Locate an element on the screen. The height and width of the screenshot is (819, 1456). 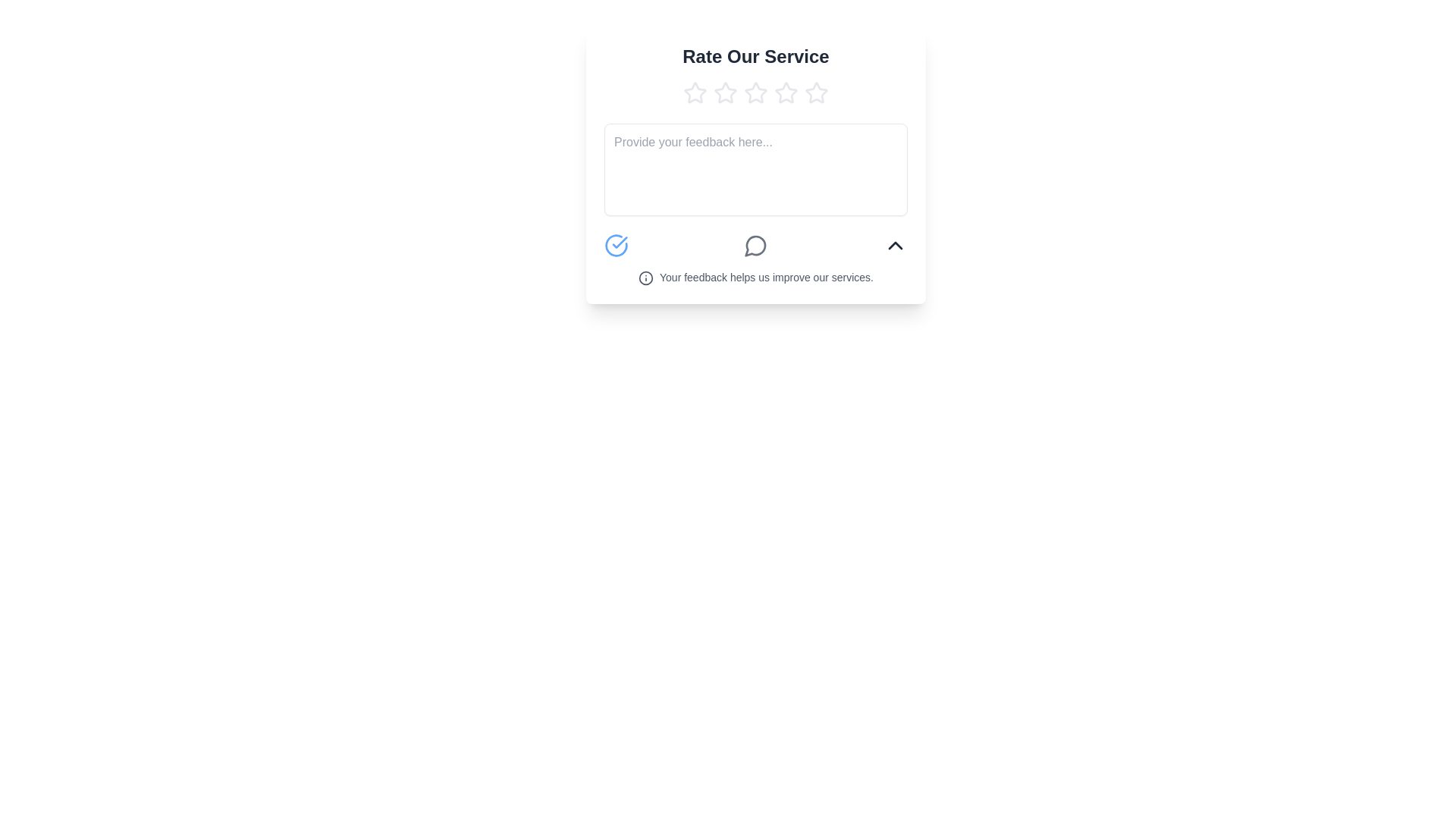
the third star in the rating row under 'Rate Our Service' to provide a rating is located at coordinates (786, 93).